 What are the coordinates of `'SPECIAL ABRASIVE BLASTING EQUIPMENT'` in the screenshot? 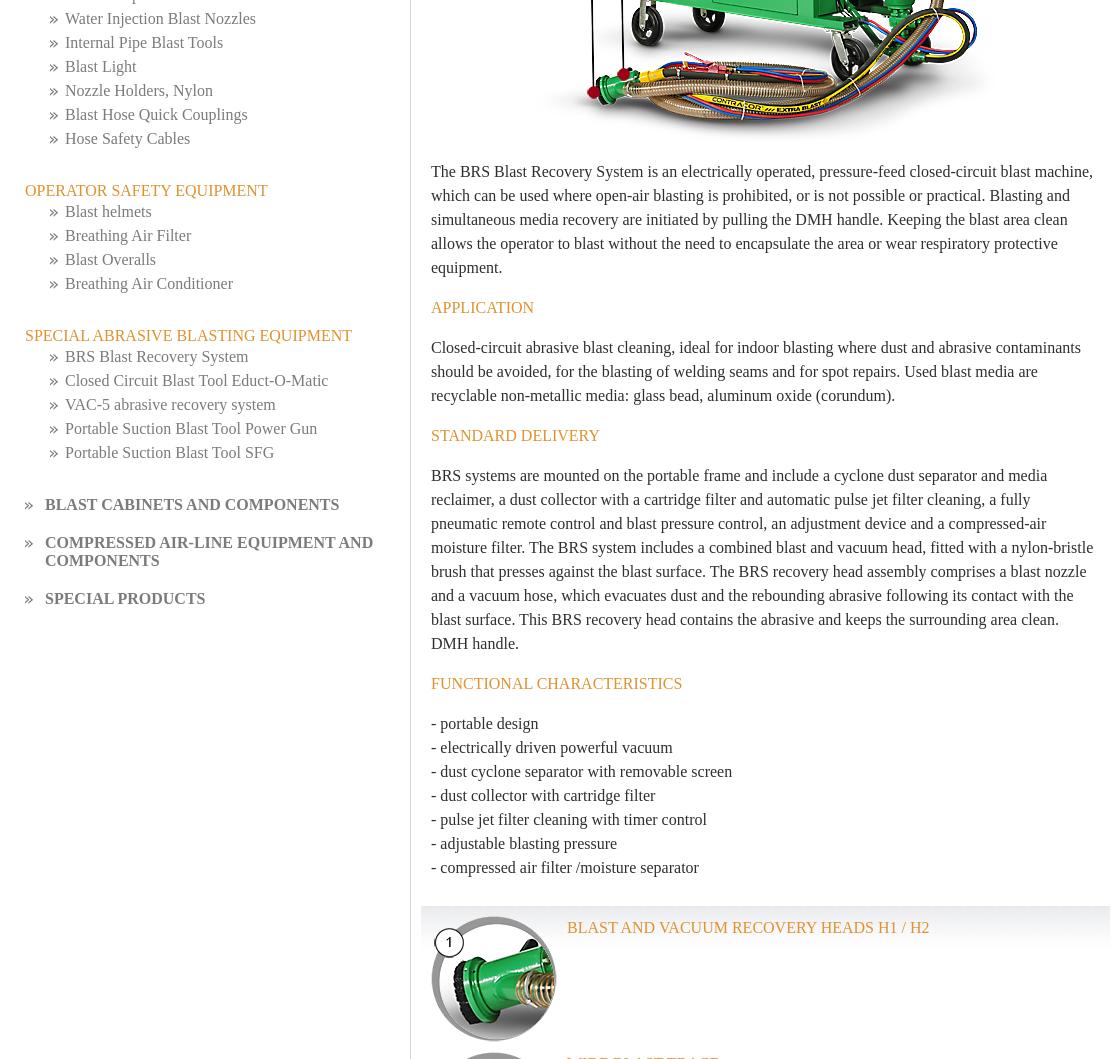 It's located at (24, 334).